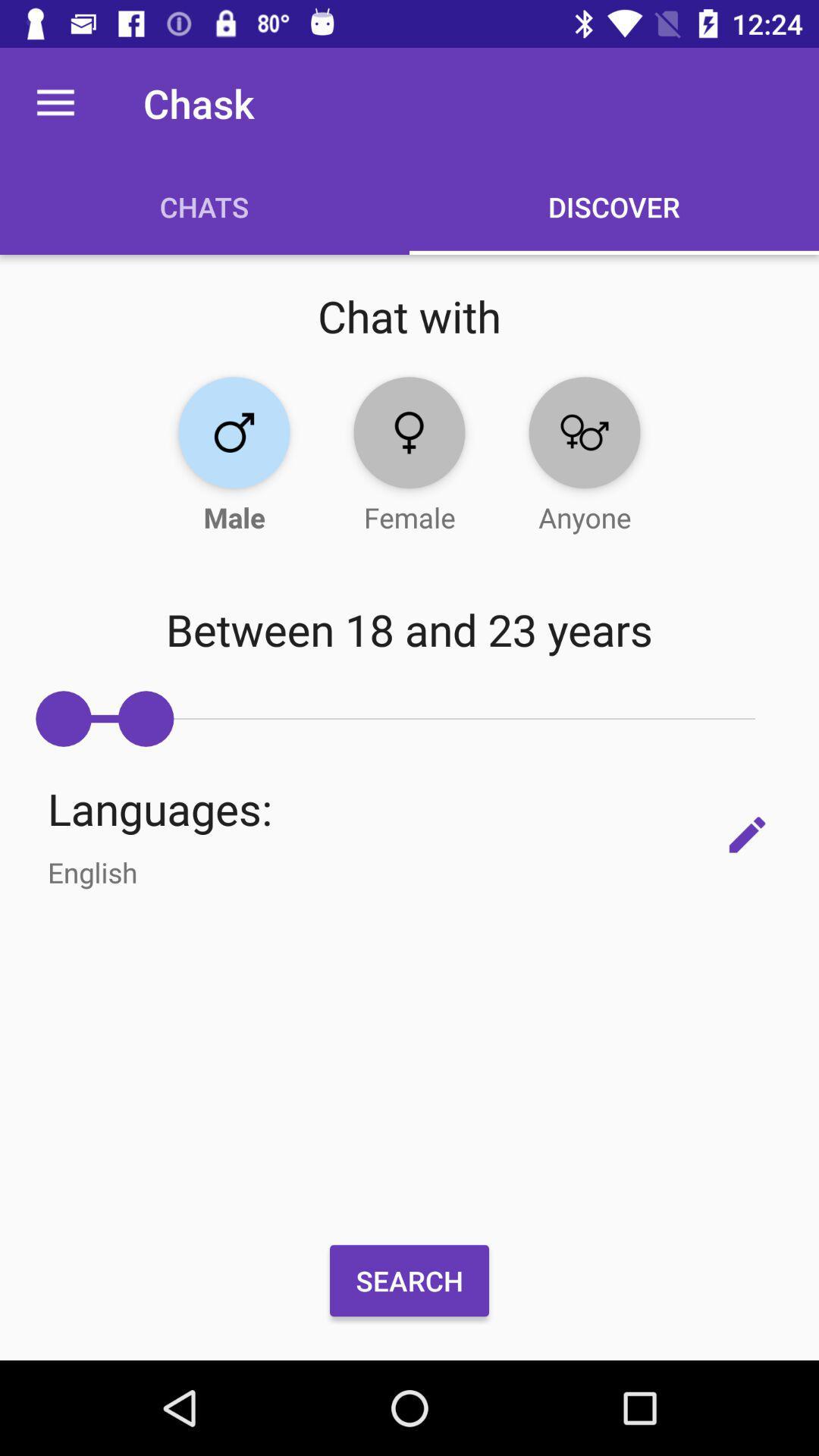 This screenshot has width=819, height=1456. Describe the element at coordinates (409, 431) in the screenshot. I see `female` at that location.